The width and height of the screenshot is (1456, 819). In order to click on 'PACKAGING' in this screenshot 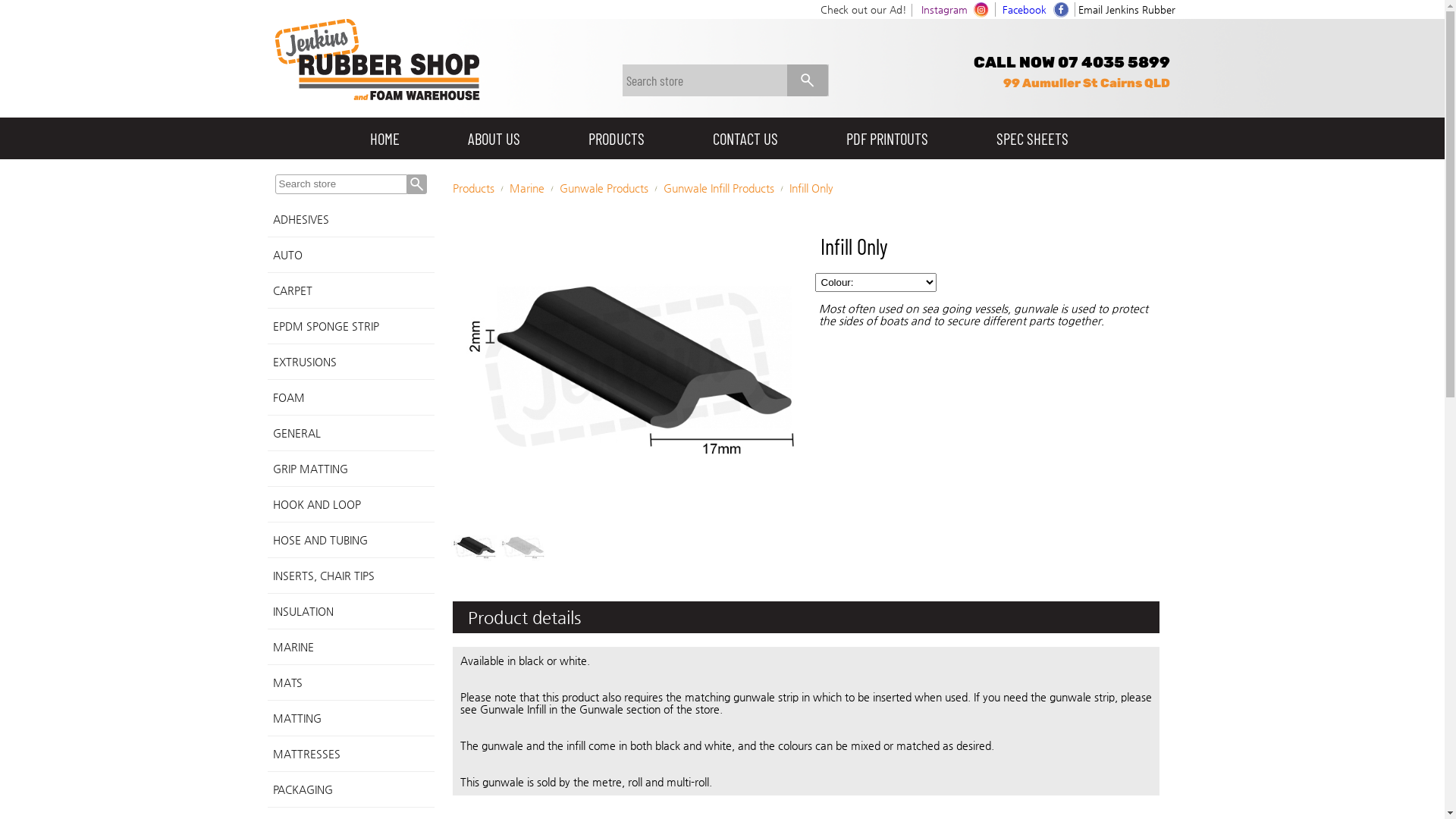, I will do `click(349, 789)`.